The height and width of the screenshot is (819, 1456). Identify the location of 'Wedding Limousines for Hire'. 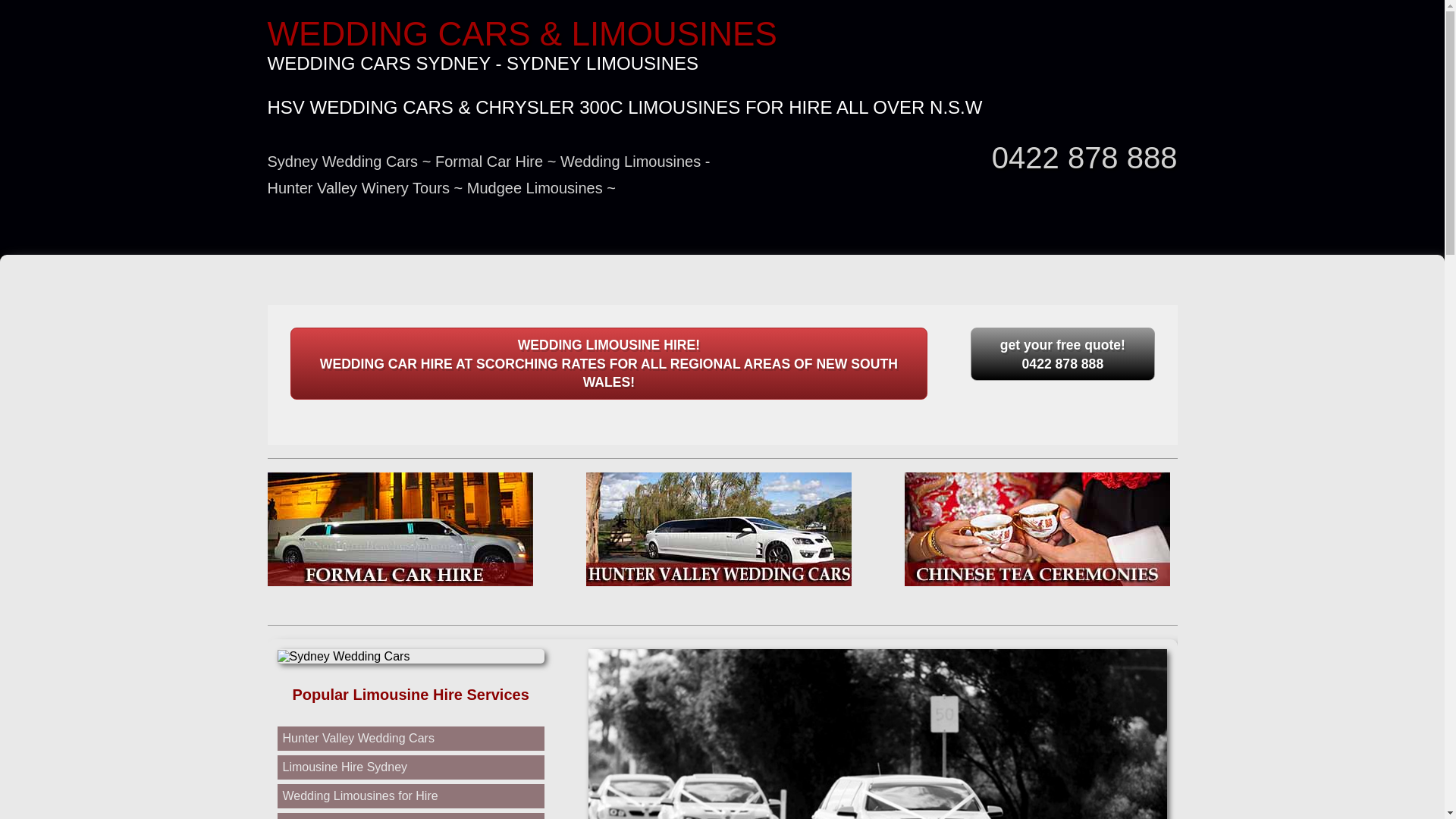
(359, 795).